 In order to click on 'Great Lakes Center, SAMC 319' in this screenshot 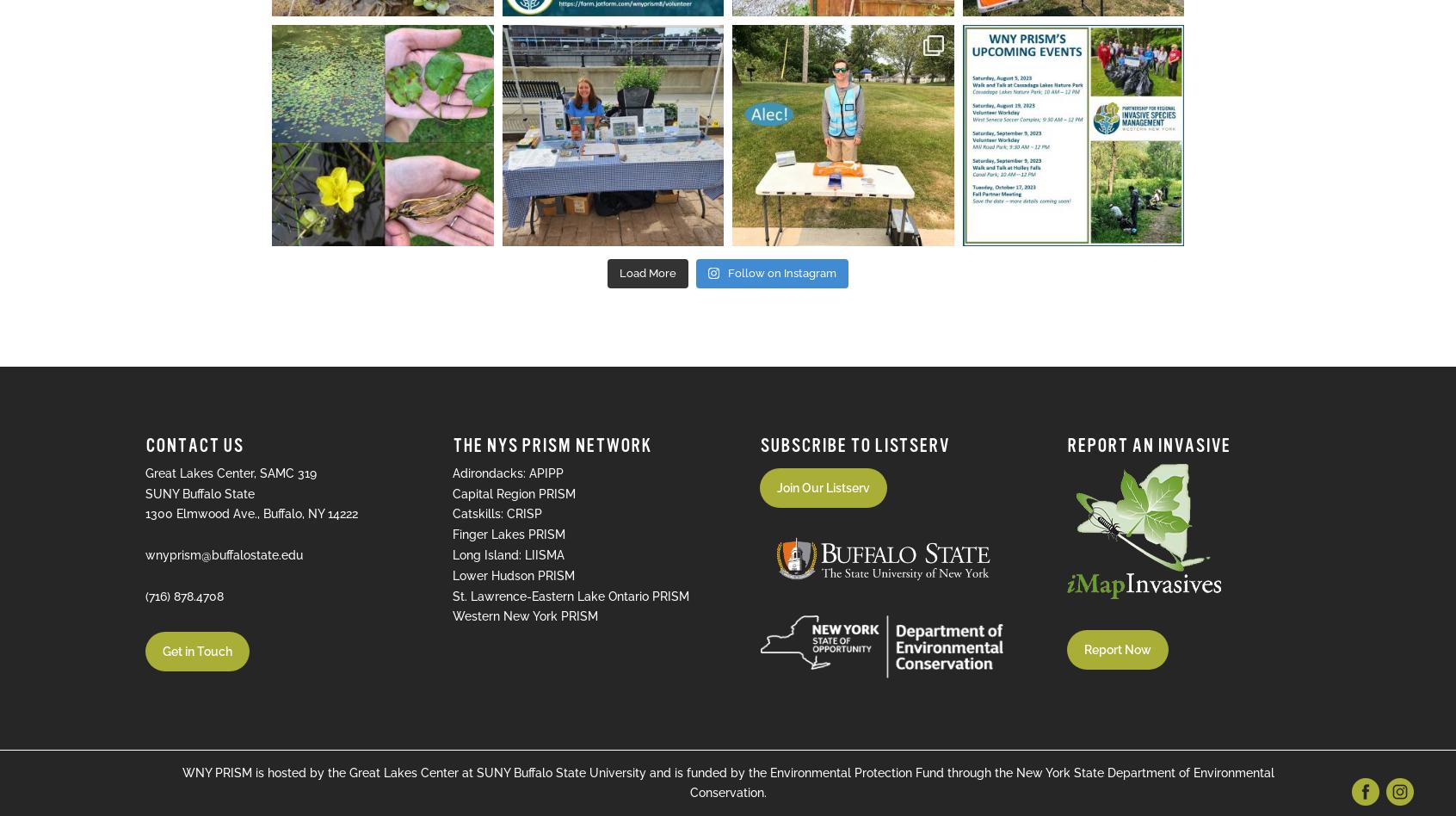, I will do `click(231, 472)`.